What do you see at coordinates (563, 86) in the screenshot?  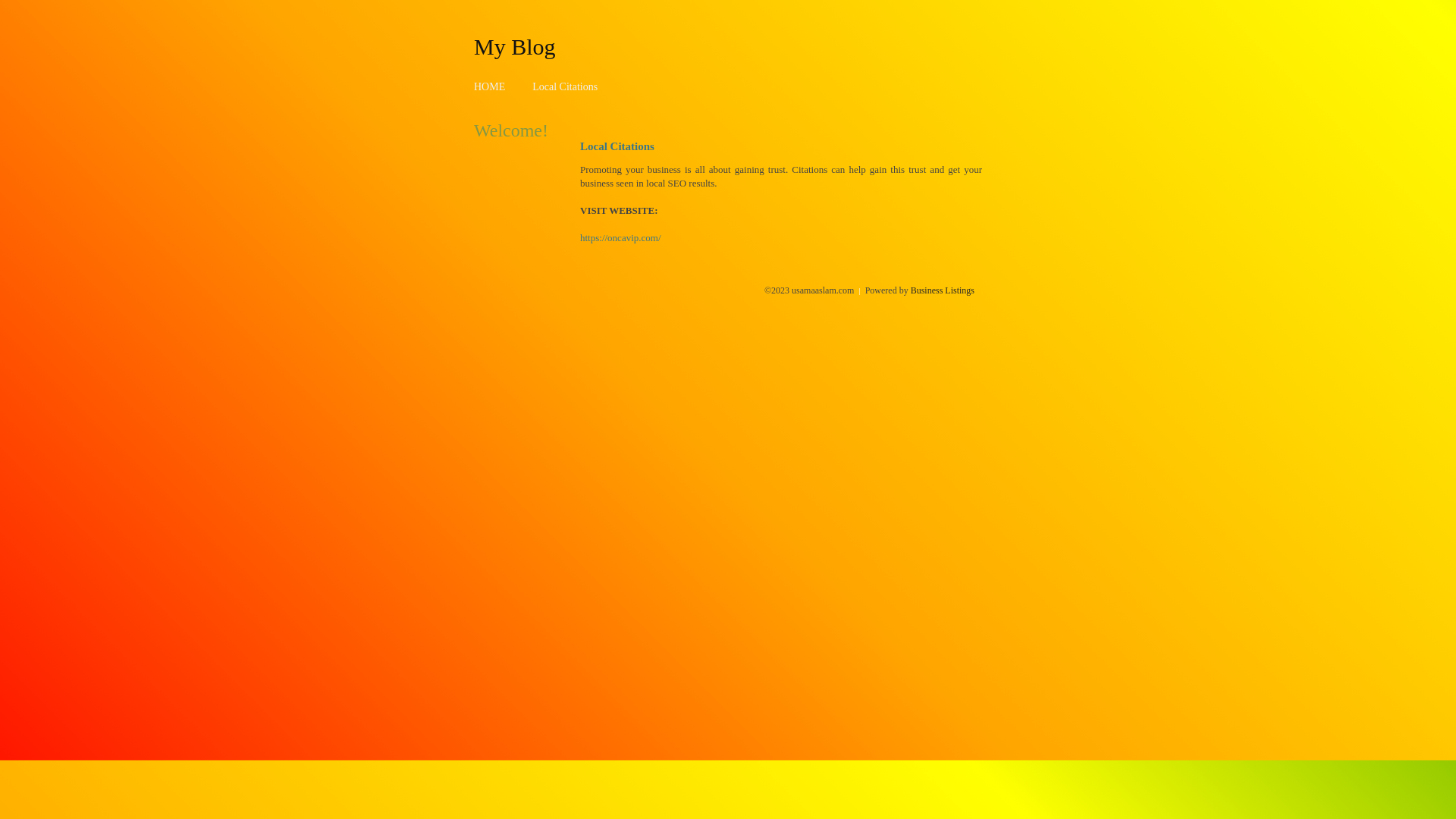 I see `'Local Citations'` at bounding box center [563, 86].